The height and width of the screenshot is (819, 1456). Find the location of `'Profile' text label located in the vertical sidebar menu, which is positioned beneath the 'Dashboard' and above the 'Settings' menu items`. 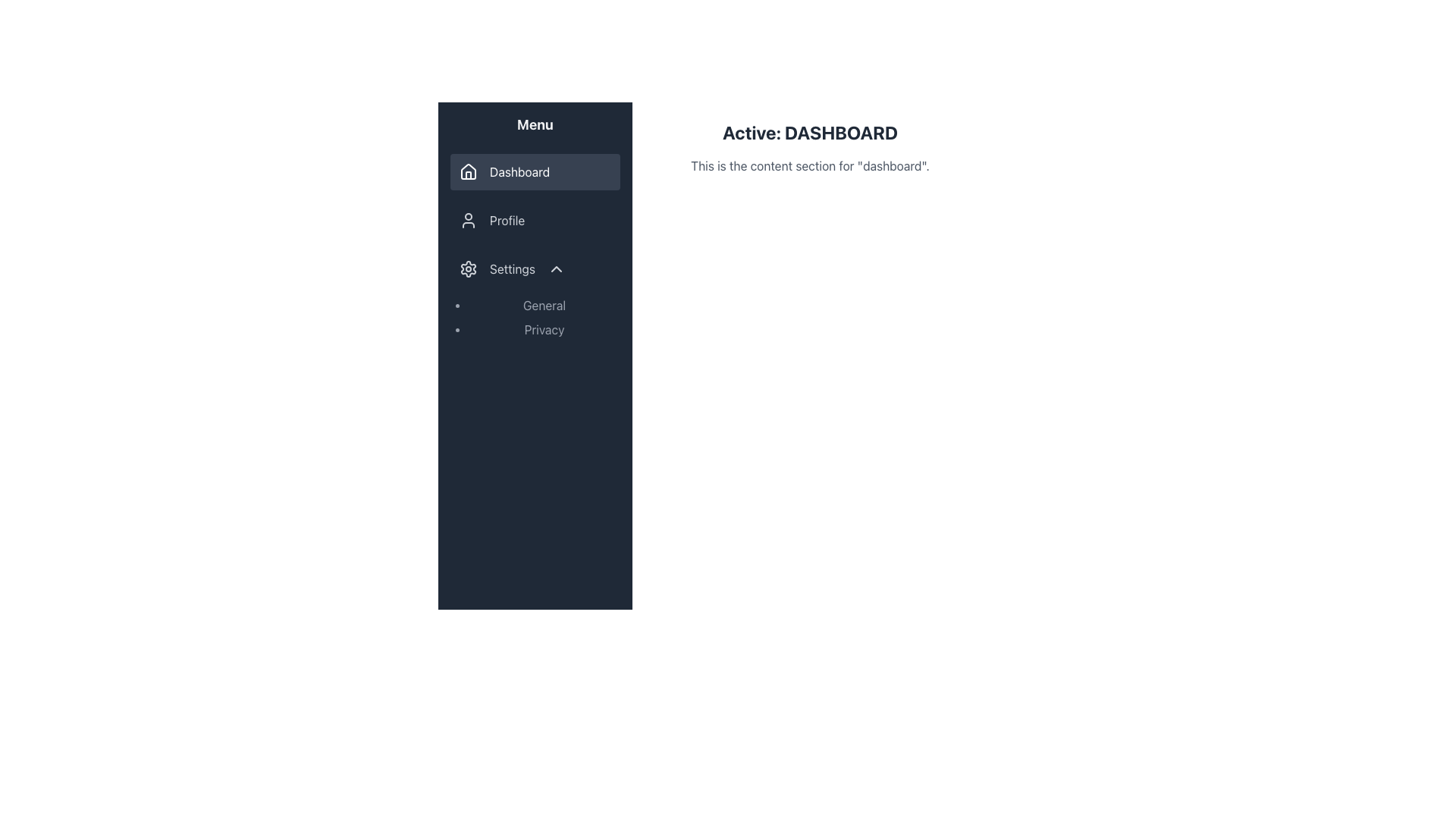

'Profile' text label located in the vertical sidebar menu, which is positioned beneath the 'Dashboard' and above the 'Settings' menu items is located at coordinates (507, 220).